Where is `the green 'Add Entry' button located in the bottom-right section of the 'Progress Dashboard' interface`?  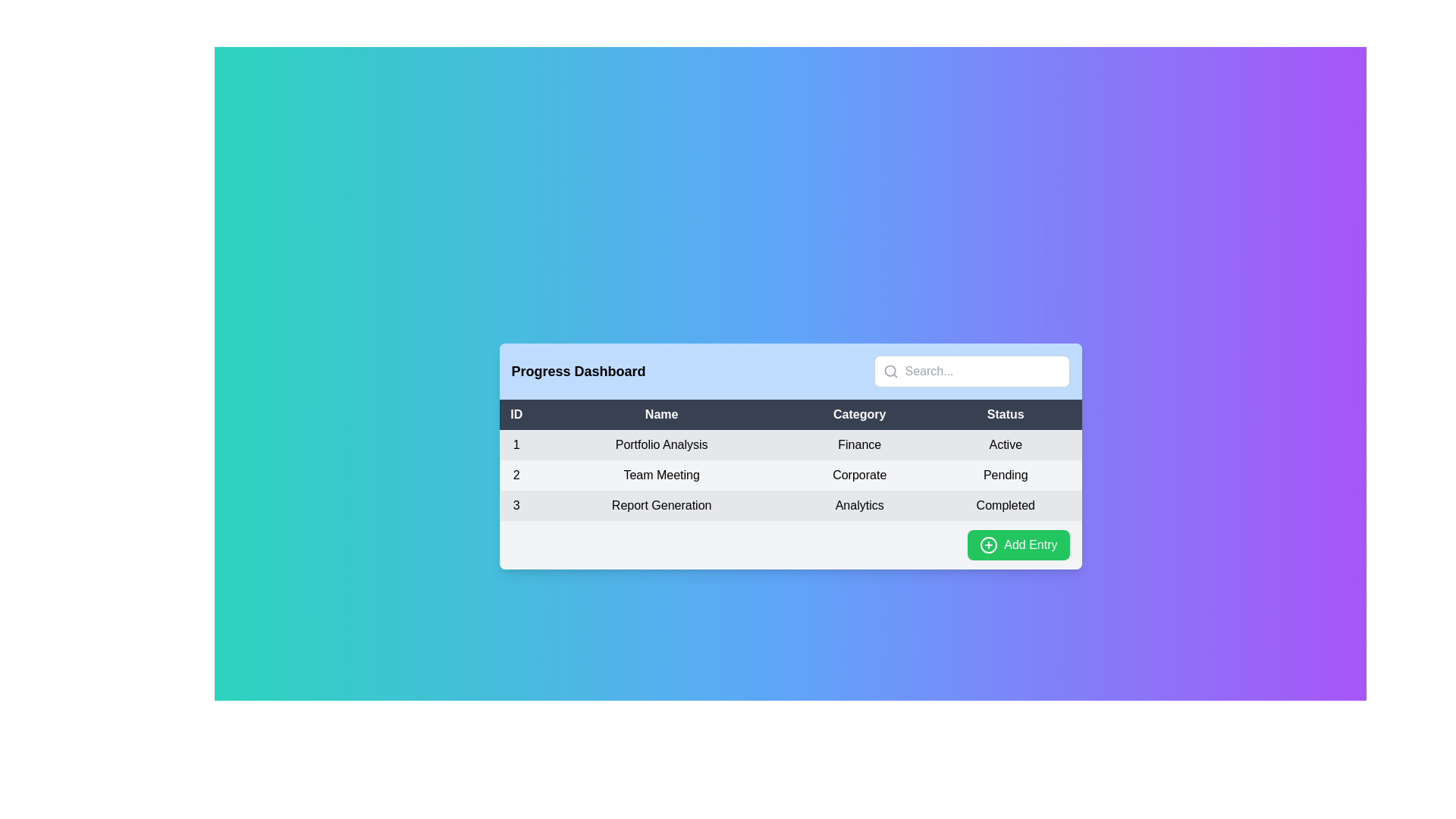 the green 'Add Entry' button located in the bottom-right section of the 'Progress Dashboard' interface is located at coordinates (1018, 544).